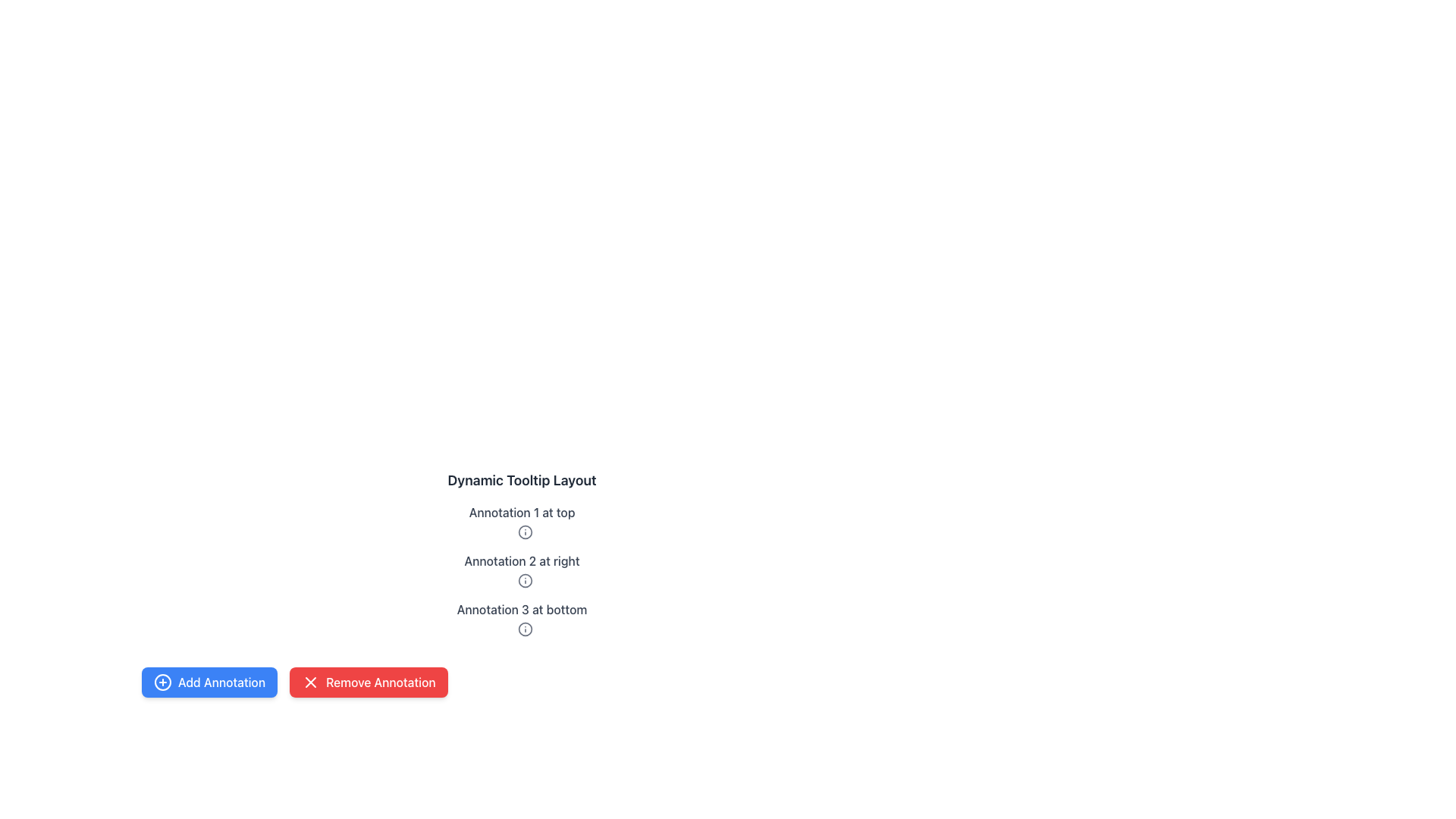  I want to click on the icon located to the right of the text 'Annotation 1 at top' in the vertical list of annotations, which displays additional information when interacted with, so click(525, 531).